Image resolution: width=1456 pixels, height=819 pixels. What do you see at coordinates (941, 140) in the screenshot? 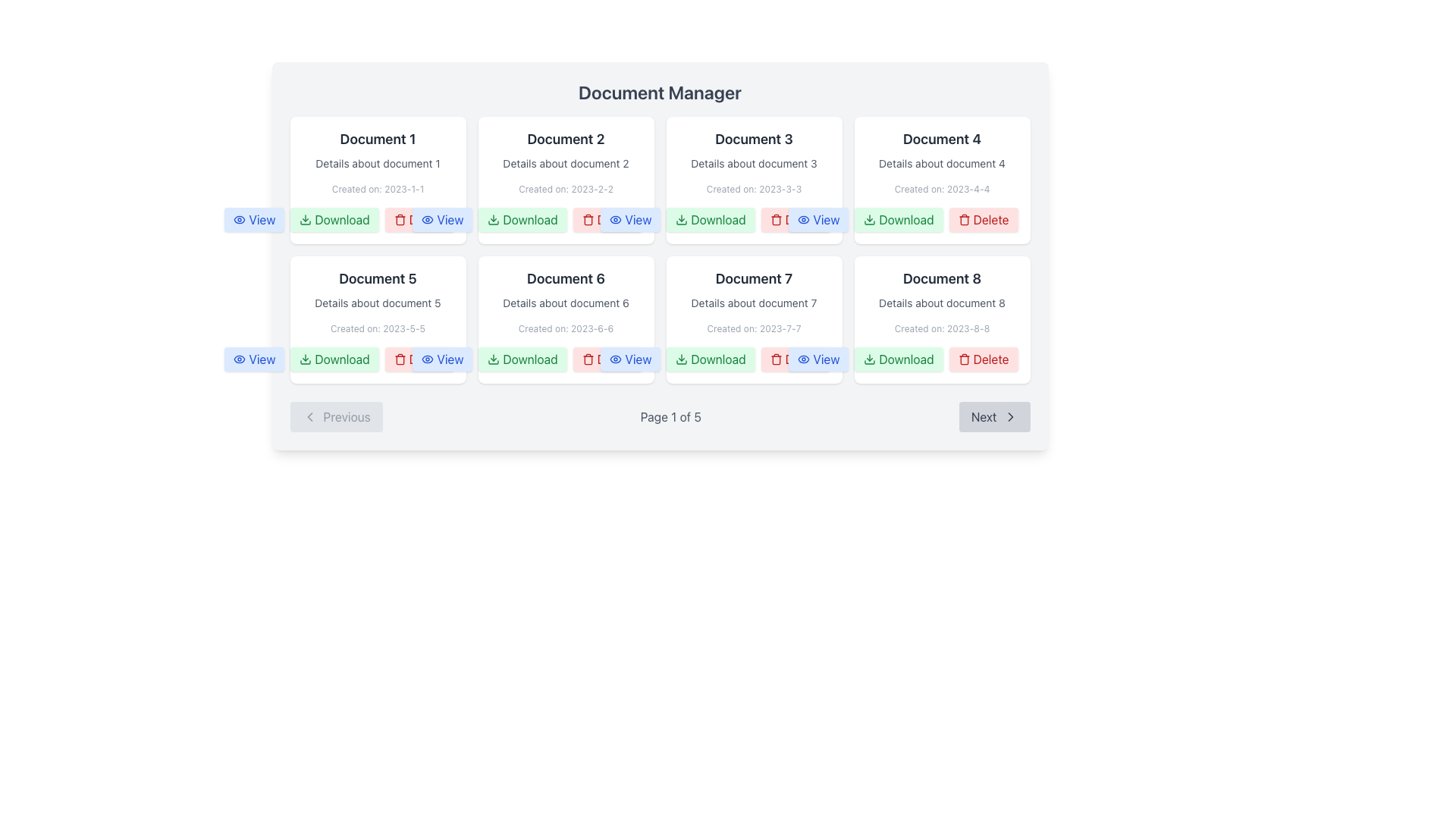
I see `the 'Document 4' text label located in the top-right card of the grid layout in the document manager interface` at bounding box center [941, 140].